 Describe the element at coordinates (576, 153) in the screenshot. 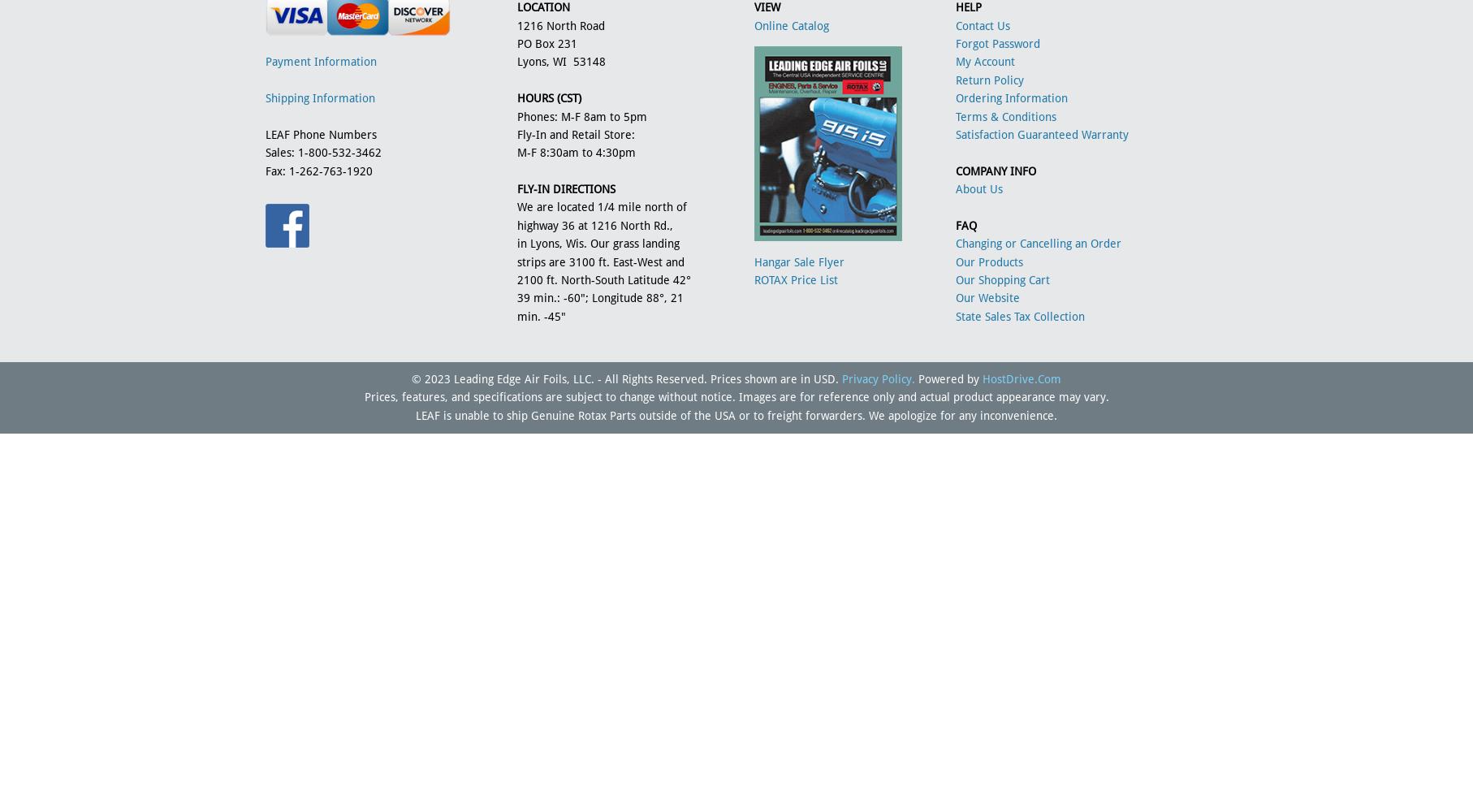

I see `'M-F 8:30am to 4:30pm'` at that location.